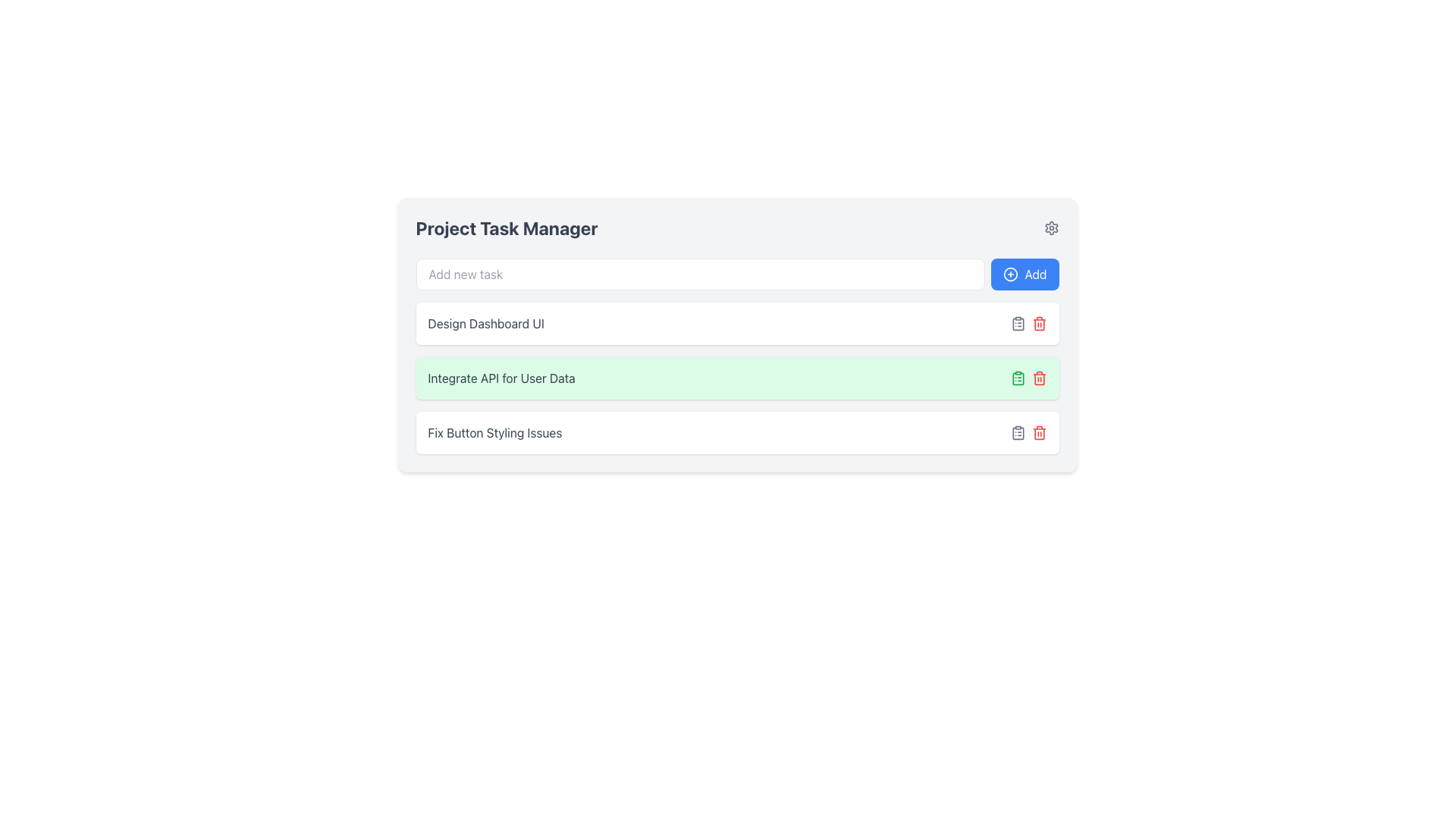  Describe the element at coordinates (1018, 323) in the screenshot. I see `the icon button resembling a document with a list, positioned to the left of the red trash bin icon in the task entry row, to change its color to blue` at that location.